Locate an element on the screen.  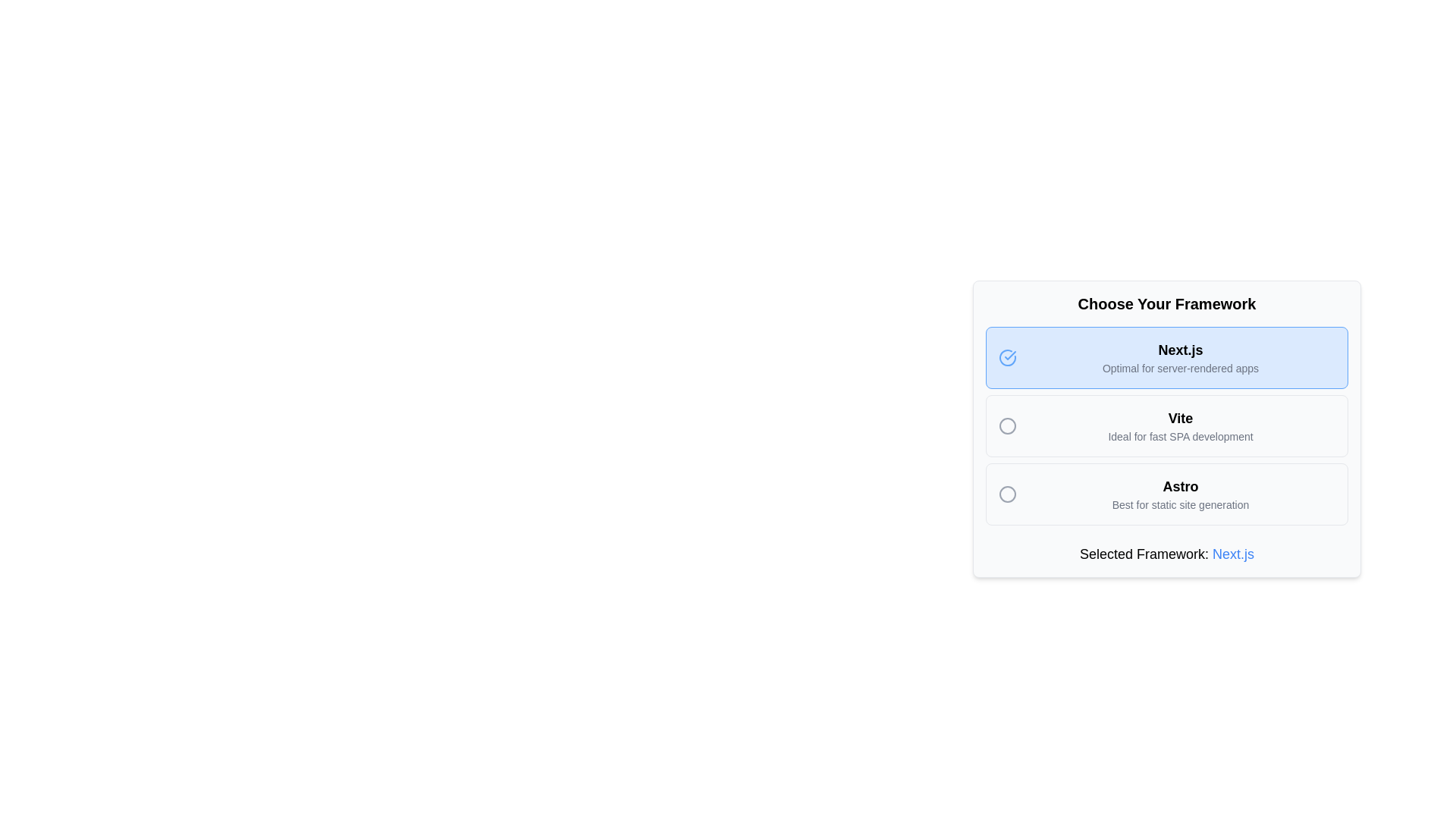
text displayed in the Text Display element that states 'Selected Framework: Next.js', which is styled in bold with 'Next.js' in blue is located at coordinates (1166, 554).